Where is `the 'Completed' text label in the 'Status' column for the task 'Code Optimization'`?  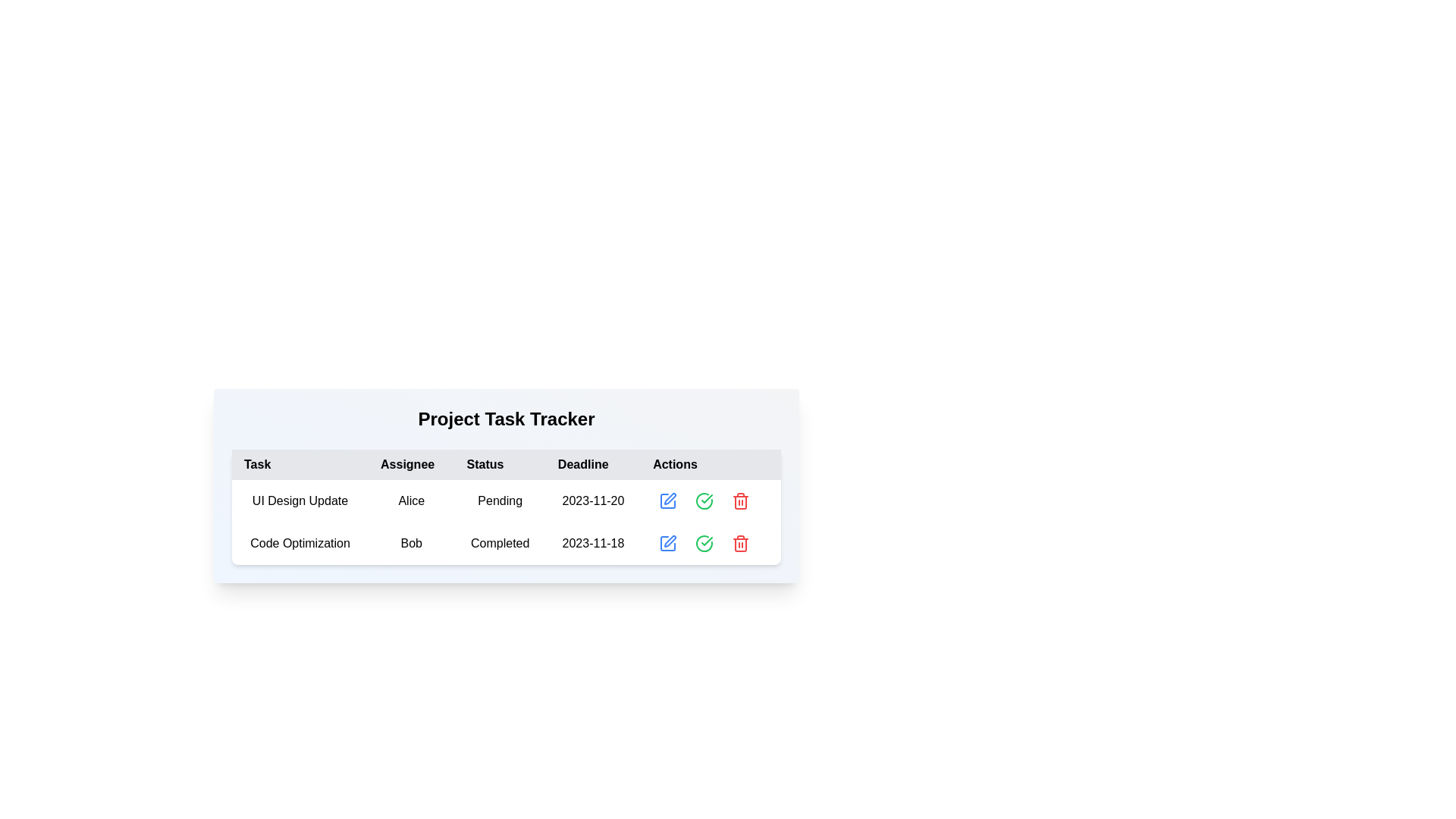 the 'Completed' text label in the 'Status' column for the task 'Code Optimization' is located at coordinates (500, 543).